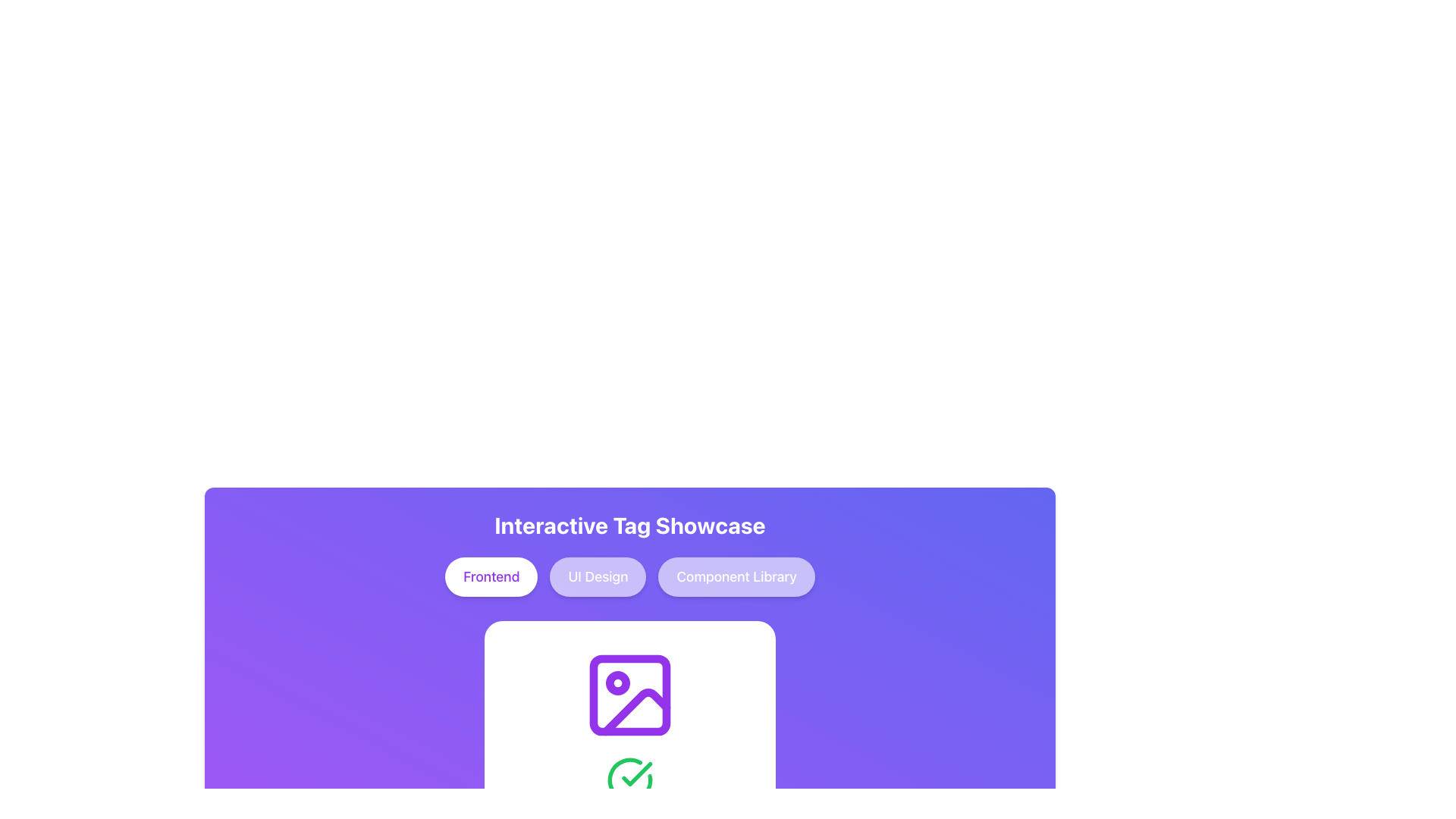  Describe the element at coordinates (629, 525) in the screenshot. I see `the static Text Label that introduces the section titled 'Interactive Tag Showcase', located at the top of the purple gradient card` at that location.